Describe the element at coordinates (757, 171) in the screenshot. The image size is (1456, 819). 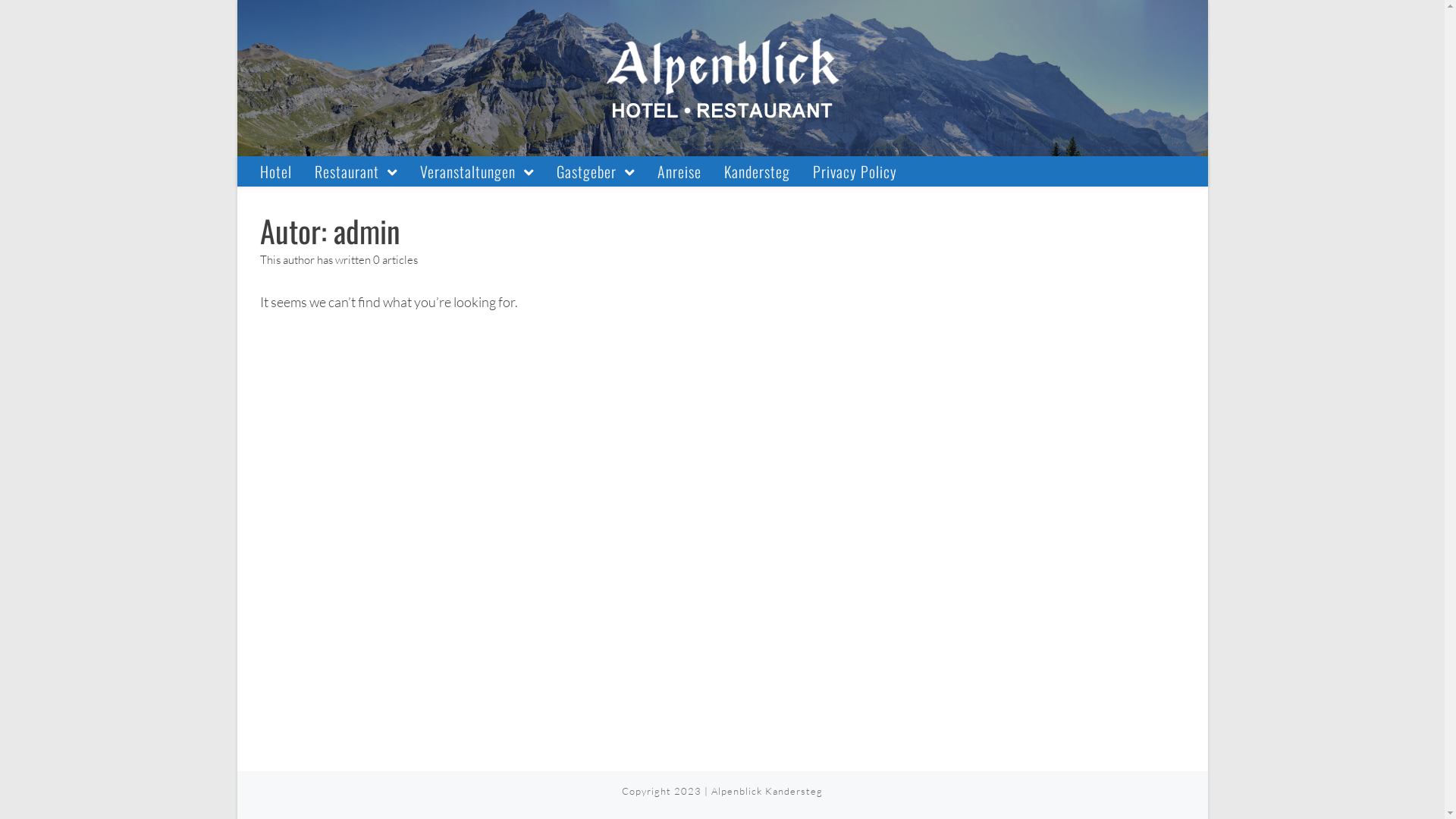
I see `'Kandersteg'` at that location.